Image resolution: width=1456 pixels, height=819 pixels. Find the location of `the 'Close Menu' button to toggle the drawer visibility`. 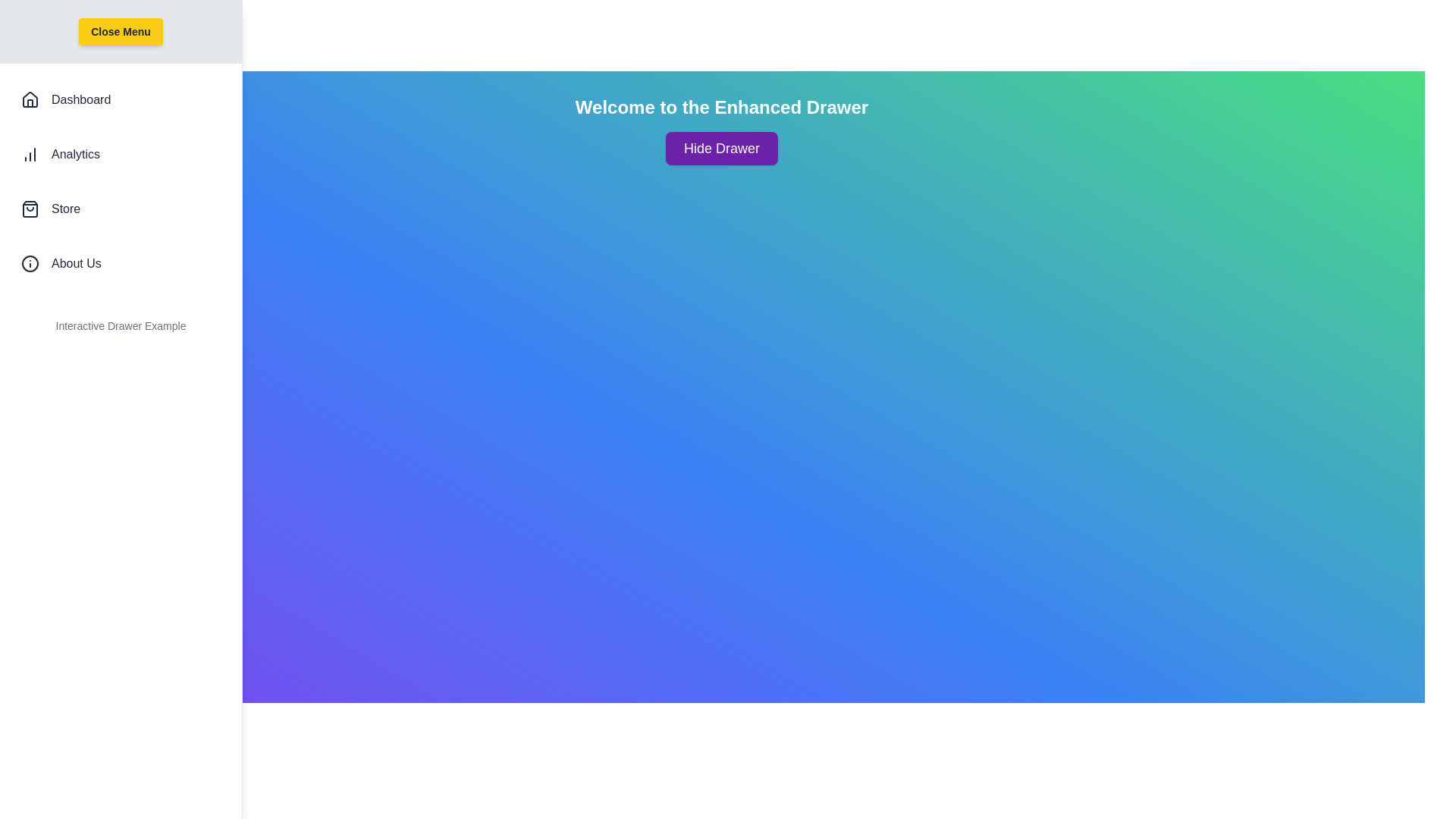

the 'Close Menu' button to toggle the drawer visibility is located at coordinates (120, 32).